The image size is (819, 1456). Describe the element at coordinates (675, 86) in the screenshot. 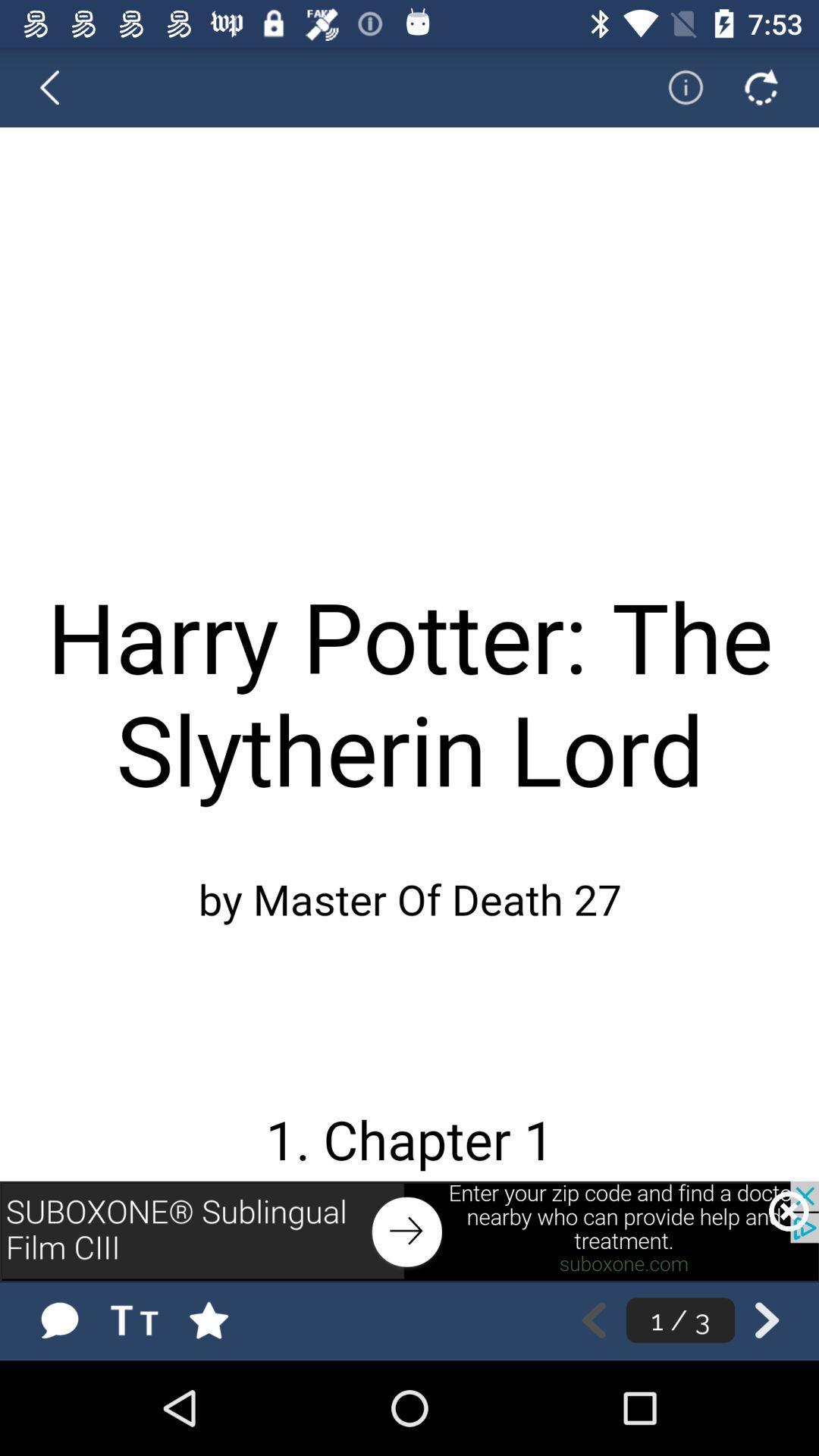

I see `information` at that location.